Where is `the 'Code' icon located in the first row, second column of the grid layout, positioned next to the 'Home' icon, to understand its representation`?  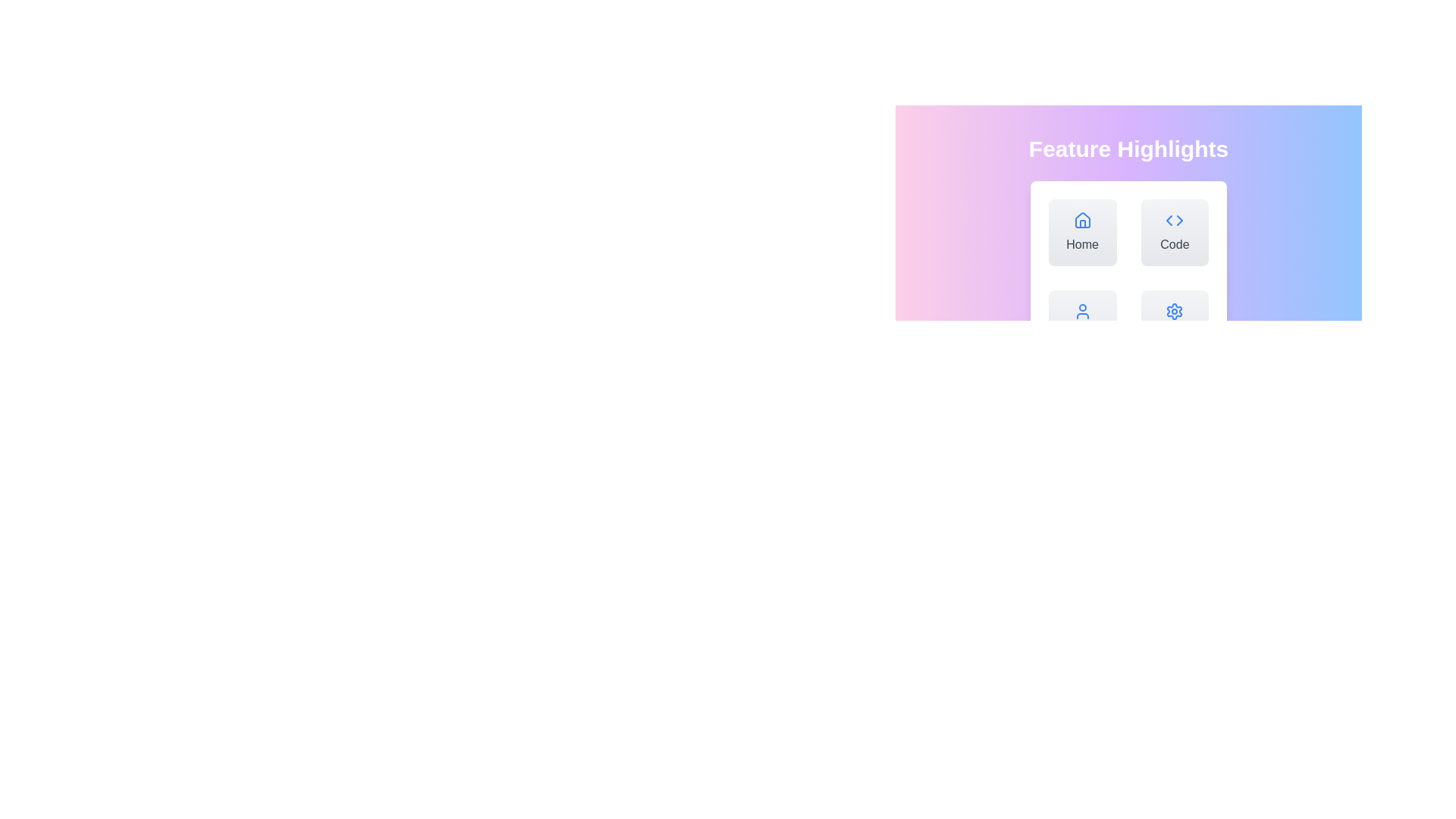
the 'Code' icon located in the first row, second column of the grid layout, positioned next to the 'Home' icon, to understand its representation is located at coordinates (1174, 220).